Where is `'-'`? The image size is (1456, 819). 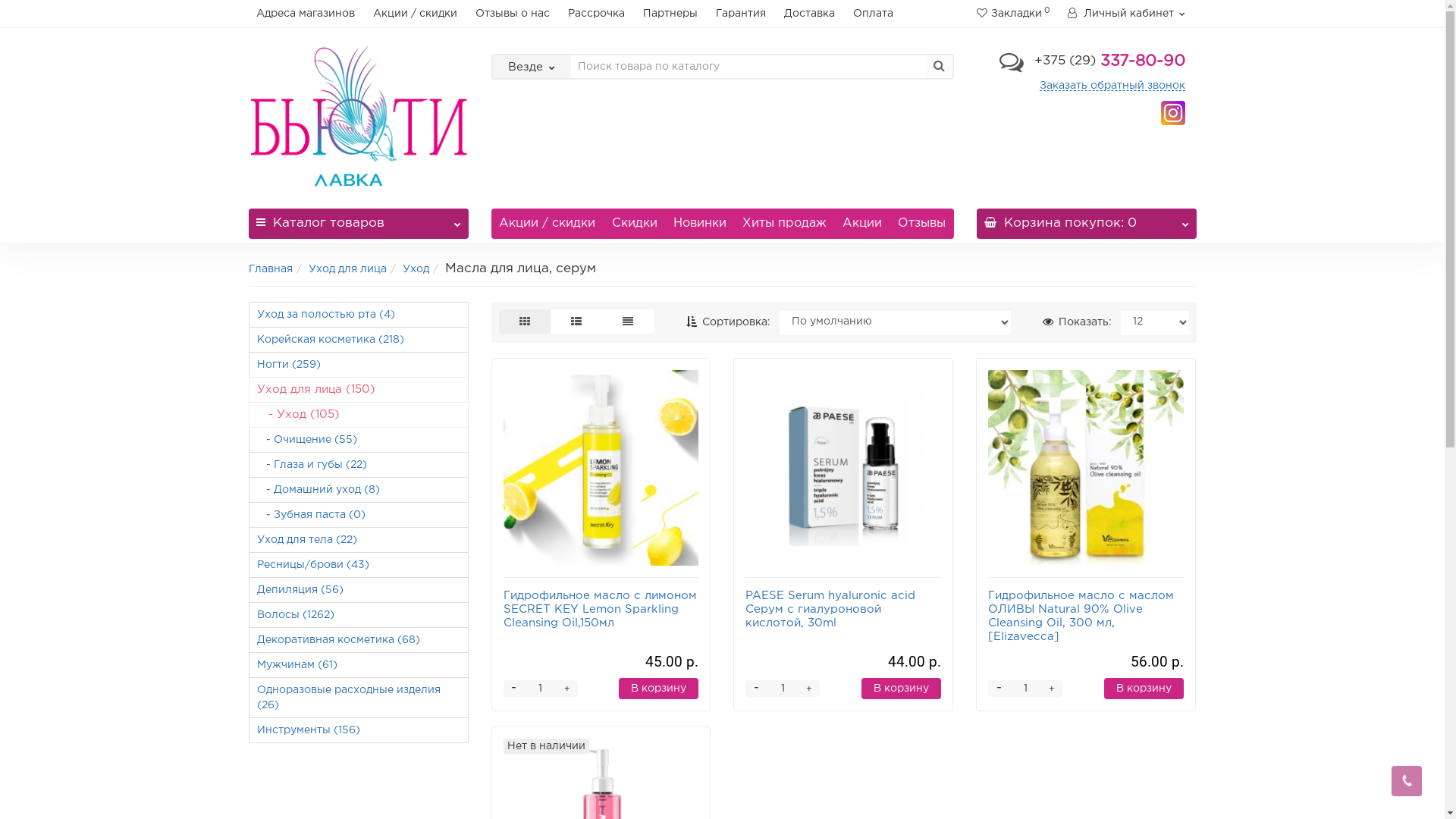 '-' is located at coordinates (998, 688).